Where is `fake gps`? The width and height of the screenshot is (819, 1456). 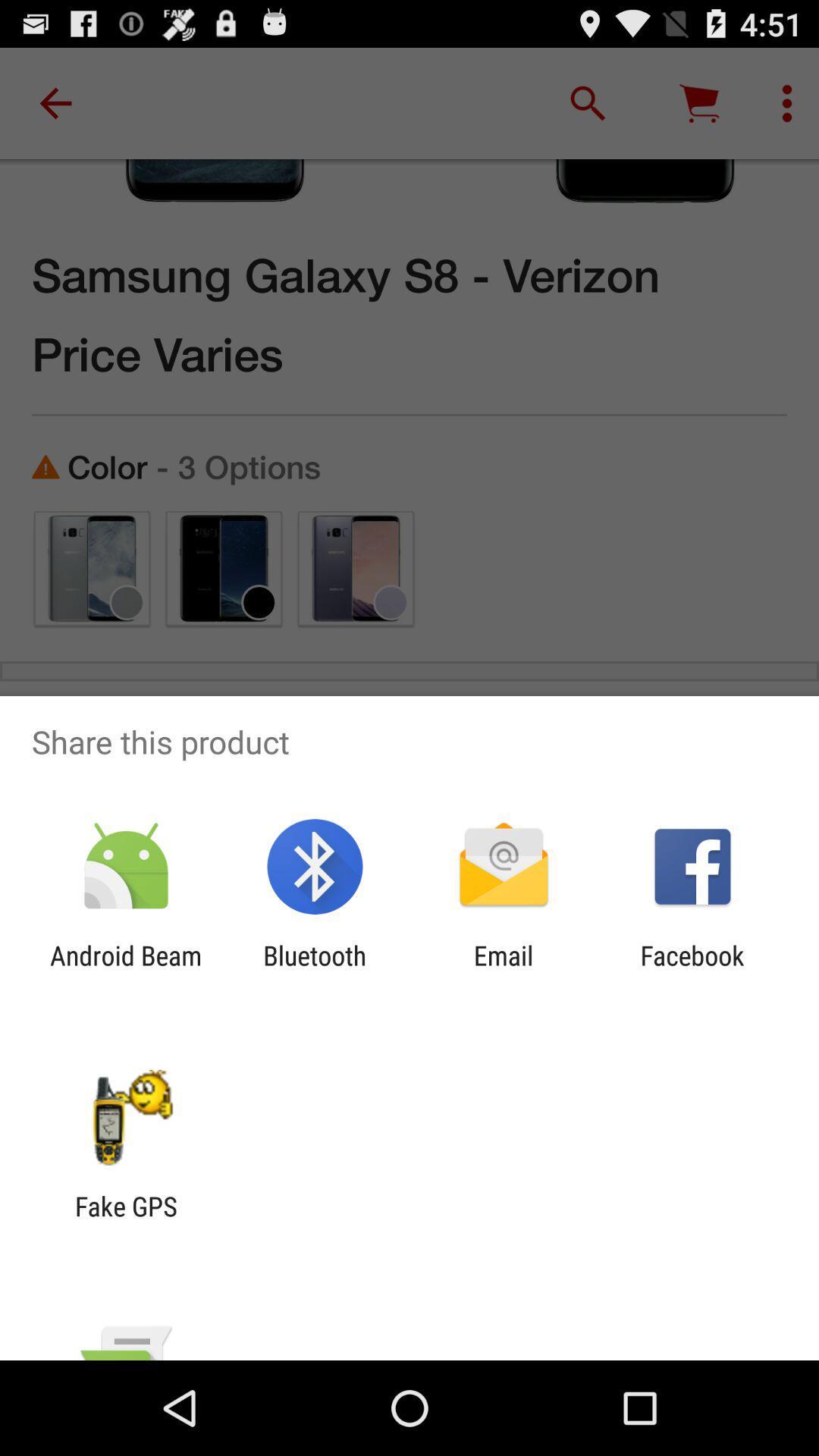 fake gps is located at coordinates (125, 1222).